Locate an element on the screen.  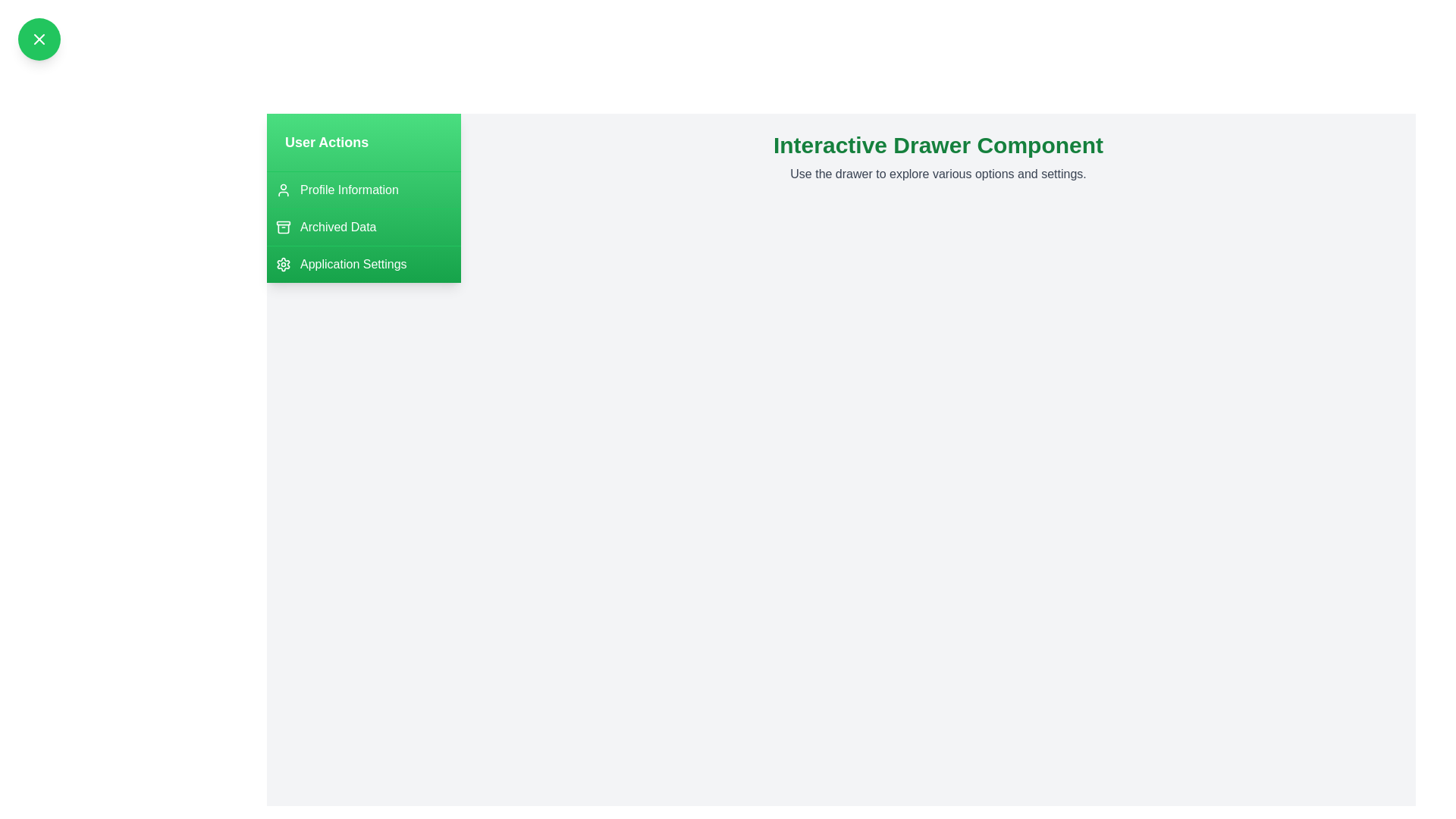
the 'Application Settings' menu item in the drawer is located at coordinates (364, 263).